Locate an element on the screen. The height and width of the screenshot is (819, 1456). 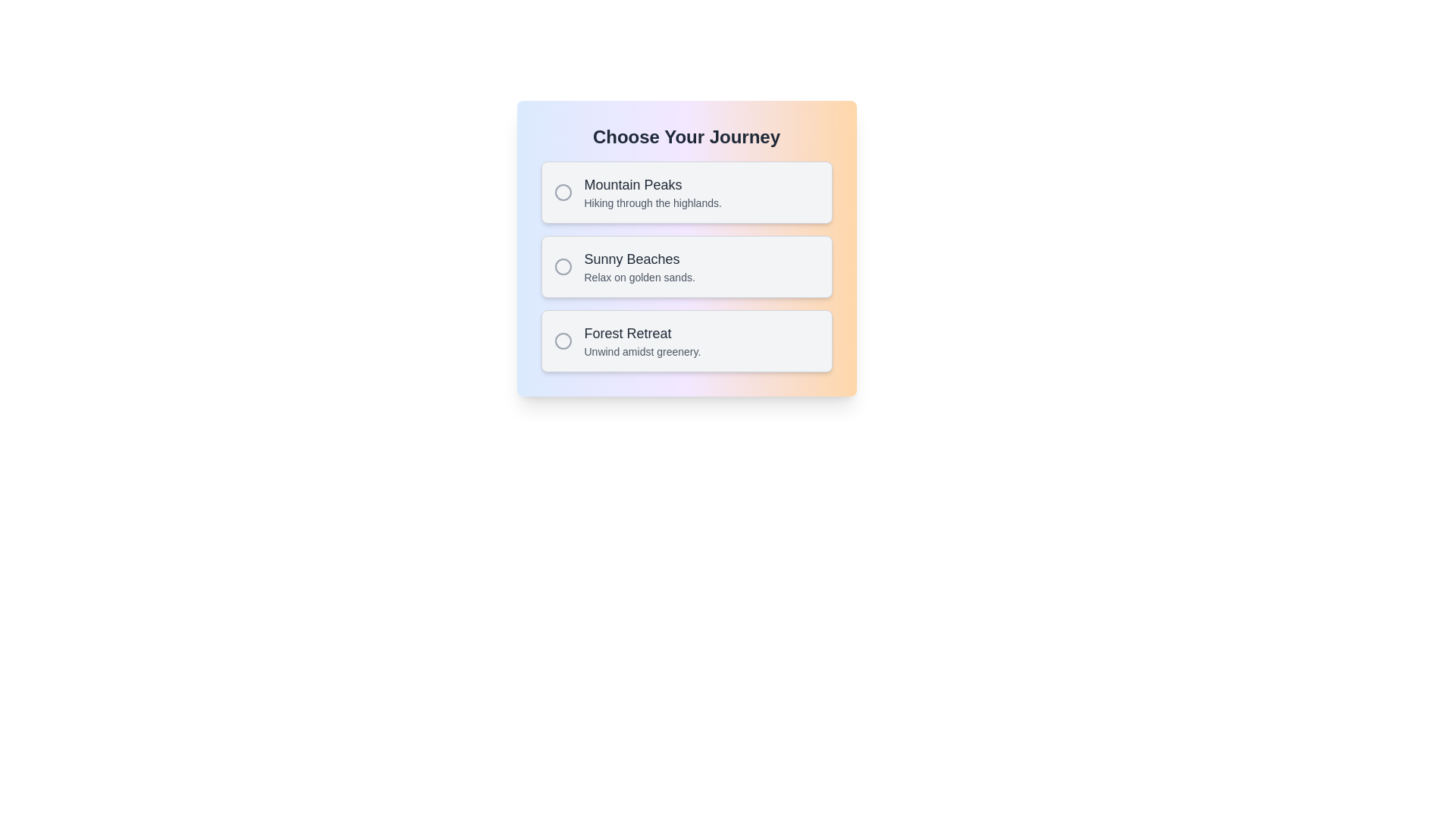
the state of the circular graphical decorative element of the radio button for the 'Sunny Beaches' option is located at coordinates (562, 265).